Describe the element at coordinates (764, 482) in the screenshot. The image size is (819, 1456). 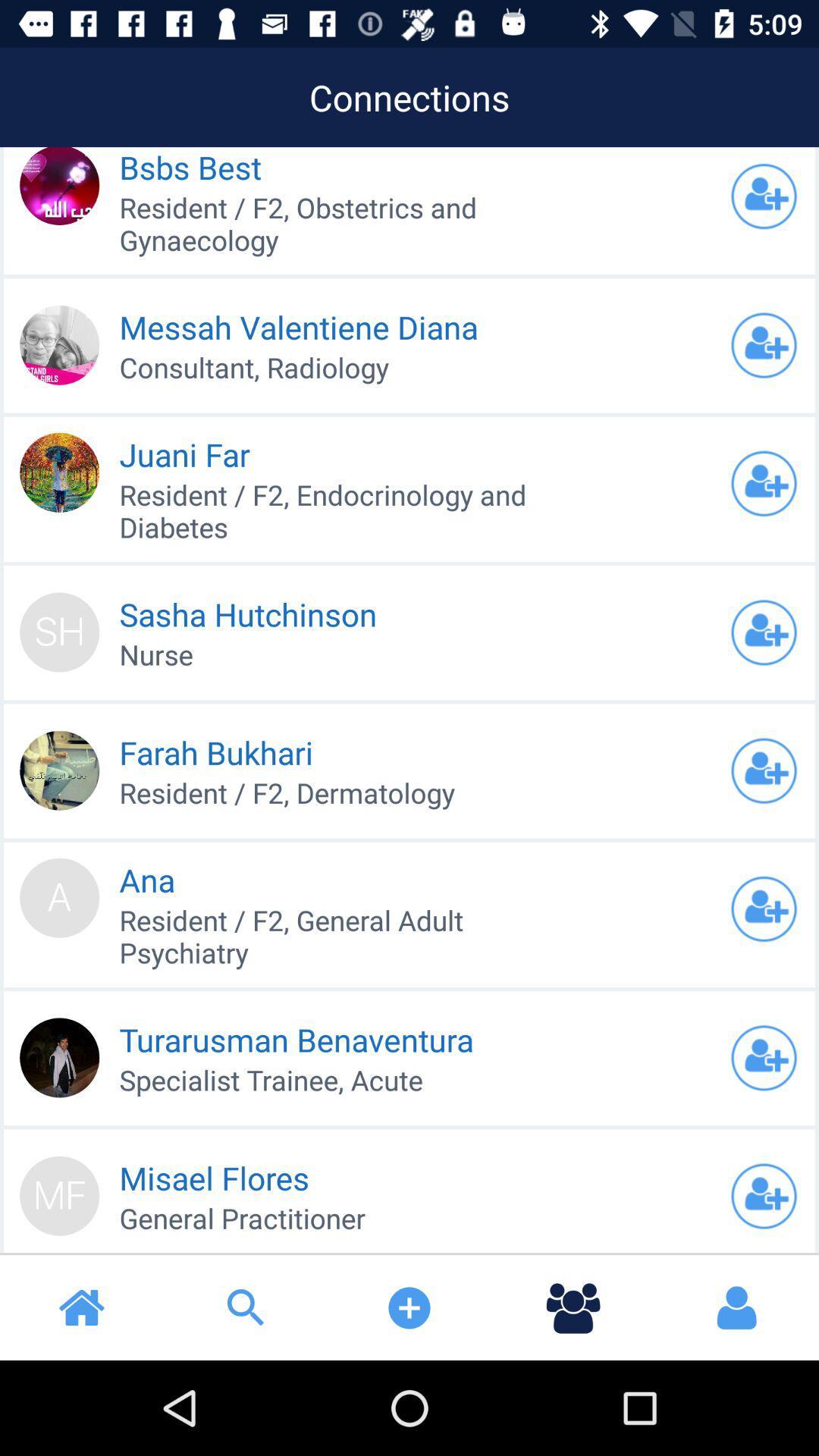
I see `contact` at that location.